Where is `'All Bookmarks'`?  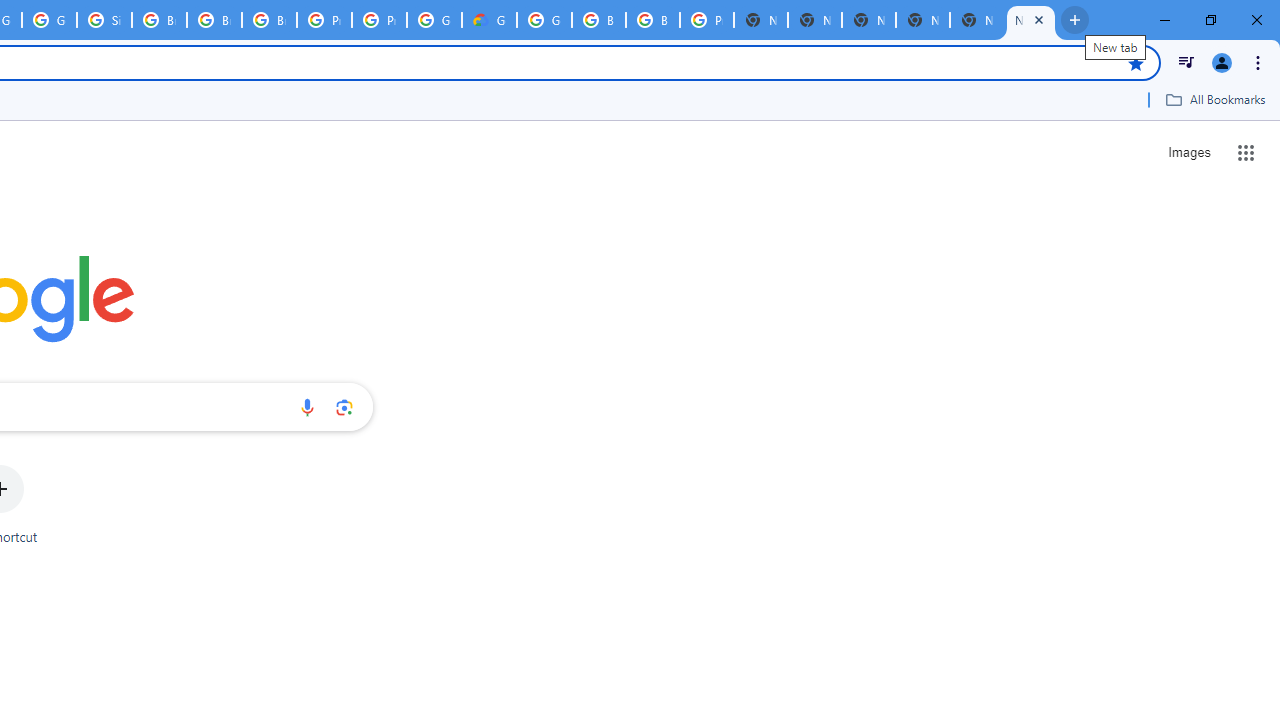 'All Bookmarks' is located at coordinates (1214, 99).